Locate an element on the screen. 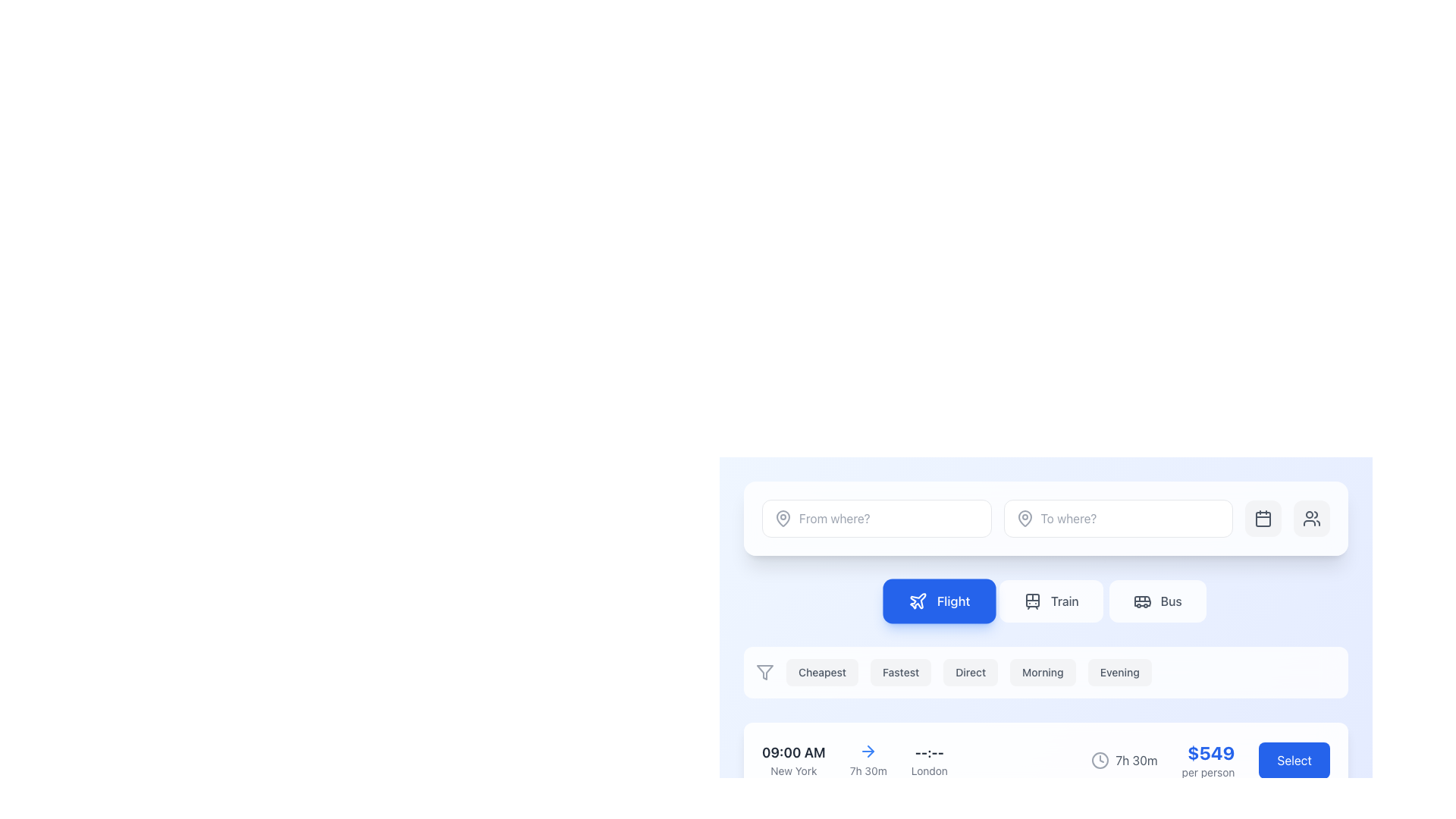 The height and width of the screenshot is (819, 1456). the clock icon that is styled in gray and located to the left of the text '7h 30m' in the booking interface is located at coordinates (1100, 760).